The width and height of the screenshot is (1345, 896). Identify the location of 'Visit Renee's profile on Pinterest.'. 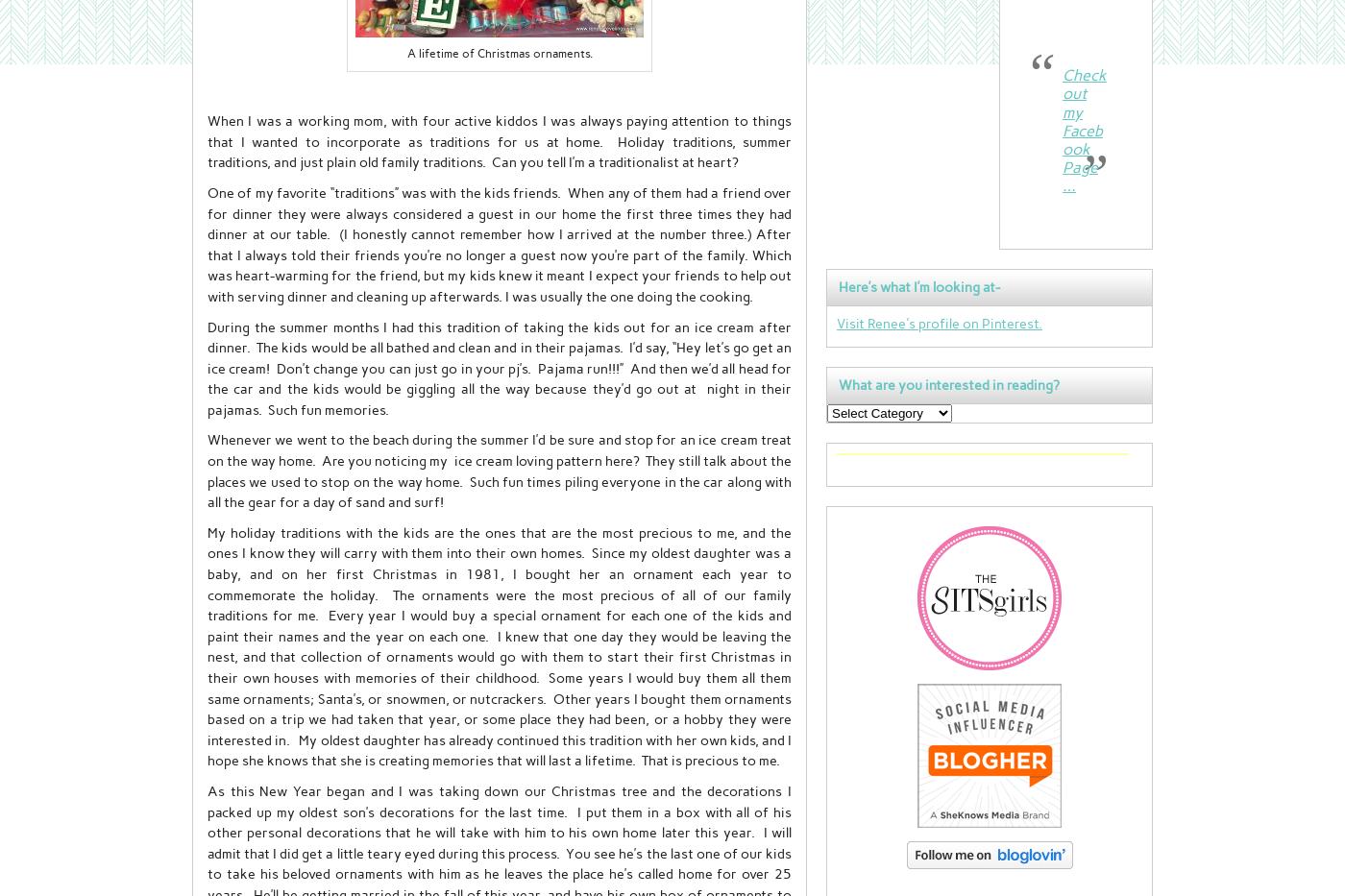
(940, 321).